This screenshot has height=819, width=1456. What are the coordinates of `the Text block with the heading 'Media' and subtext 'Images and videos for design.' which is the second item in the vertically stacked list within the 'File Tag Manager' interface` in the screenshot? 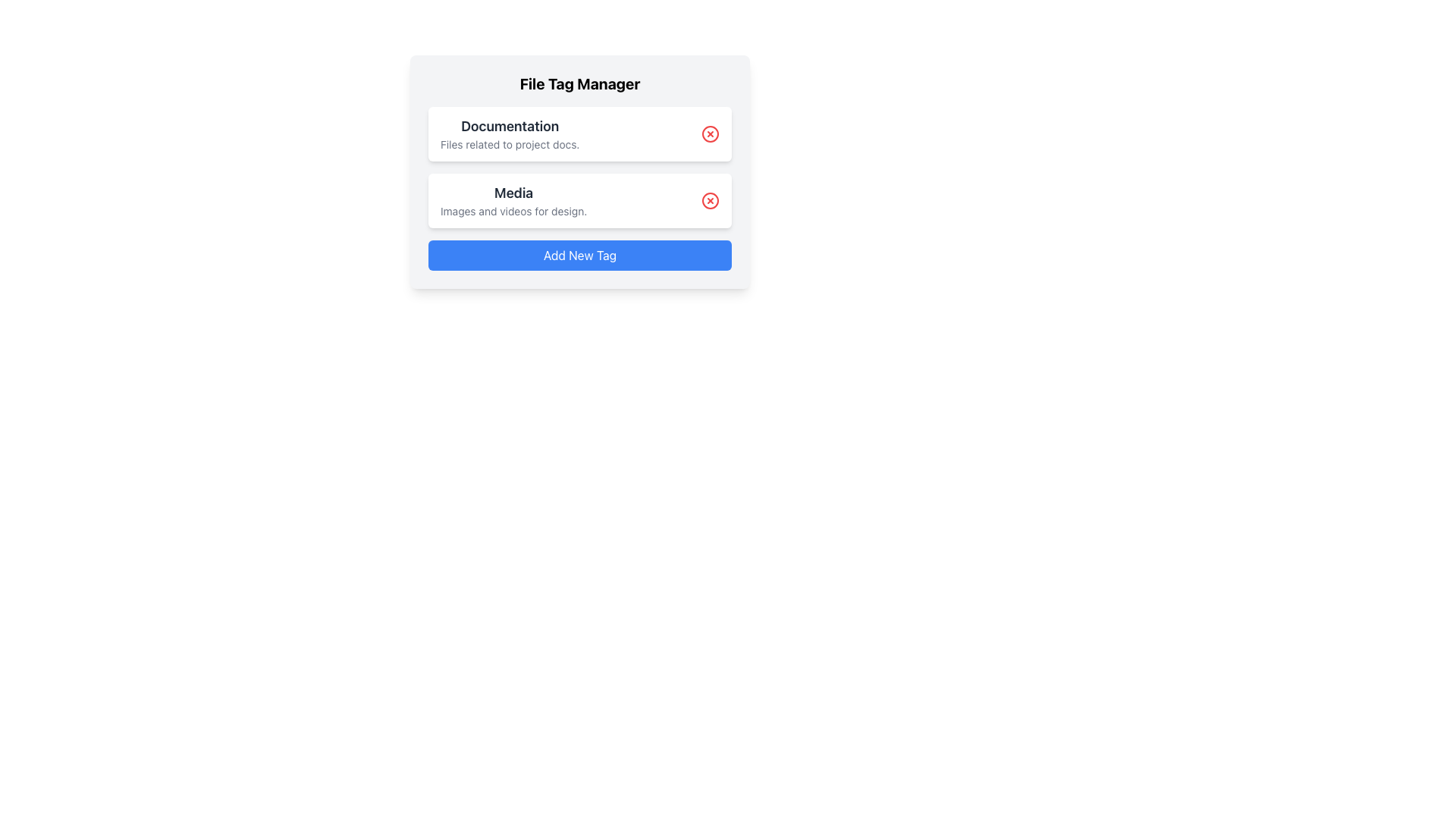 It's located at (513, 200).